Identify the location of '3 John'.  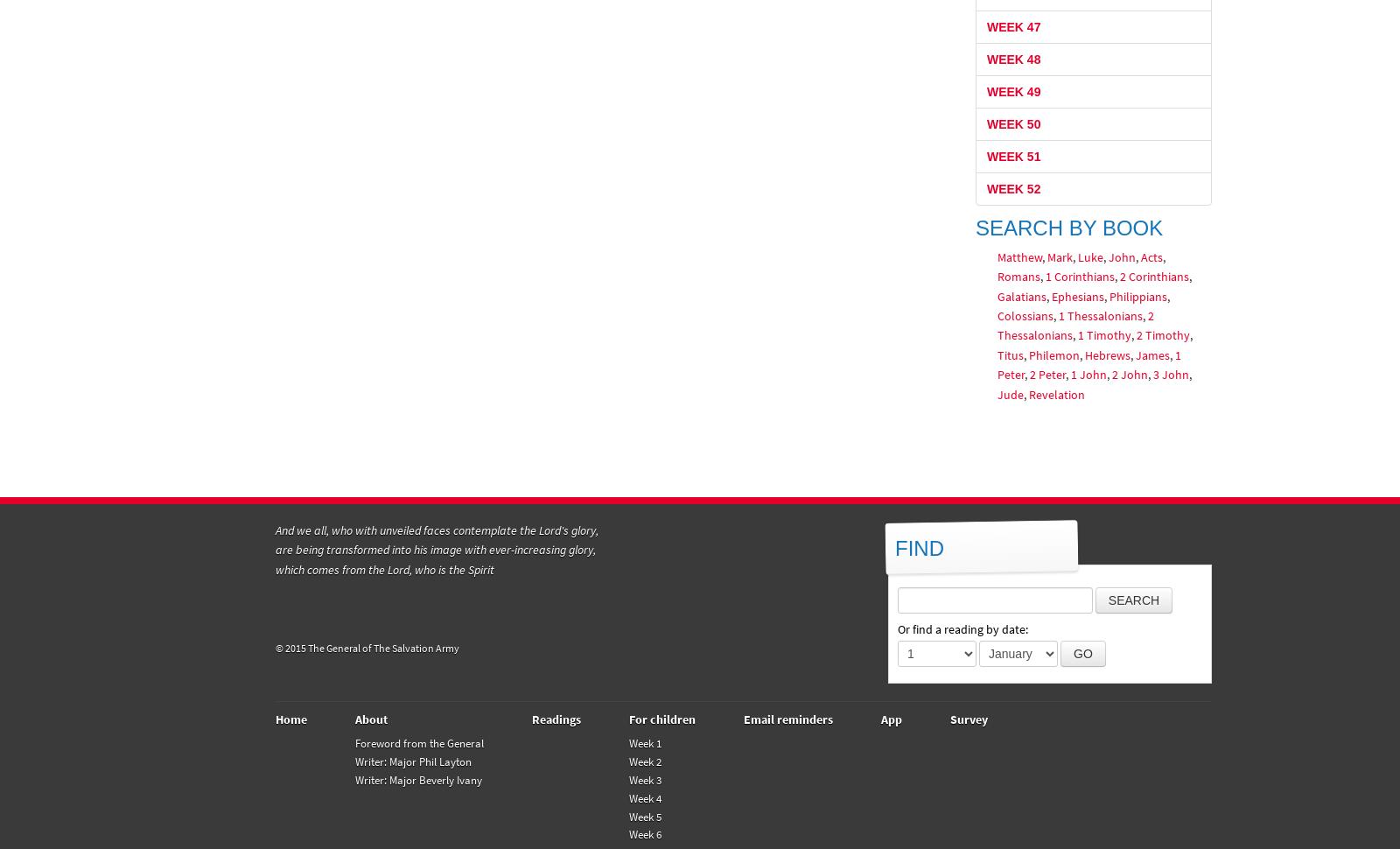
(1169, 375).